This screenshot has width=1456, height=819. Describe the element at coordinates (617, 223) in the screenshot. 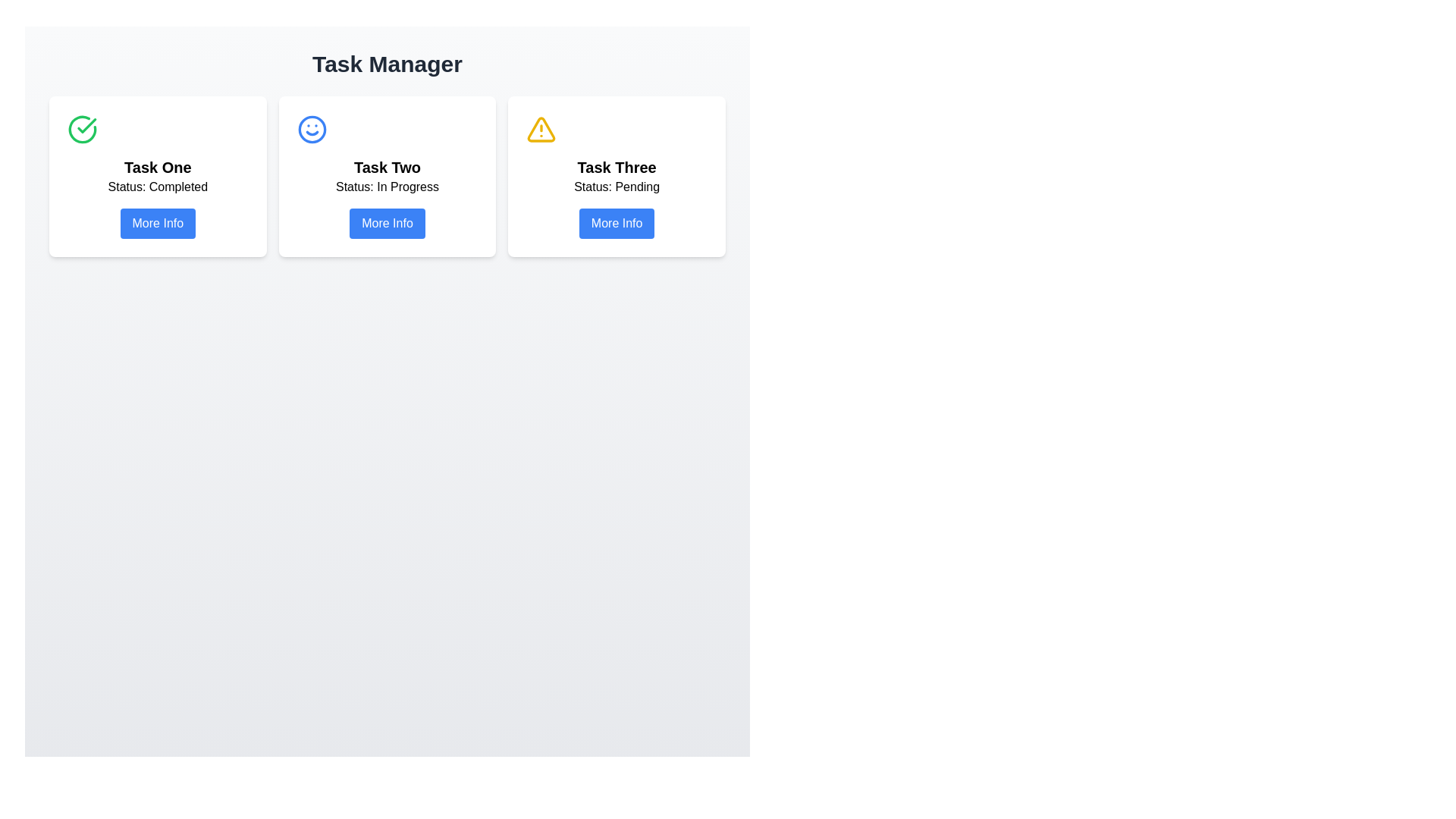

I see `the 'More Info' button, which has a blue background and white text` at that location.